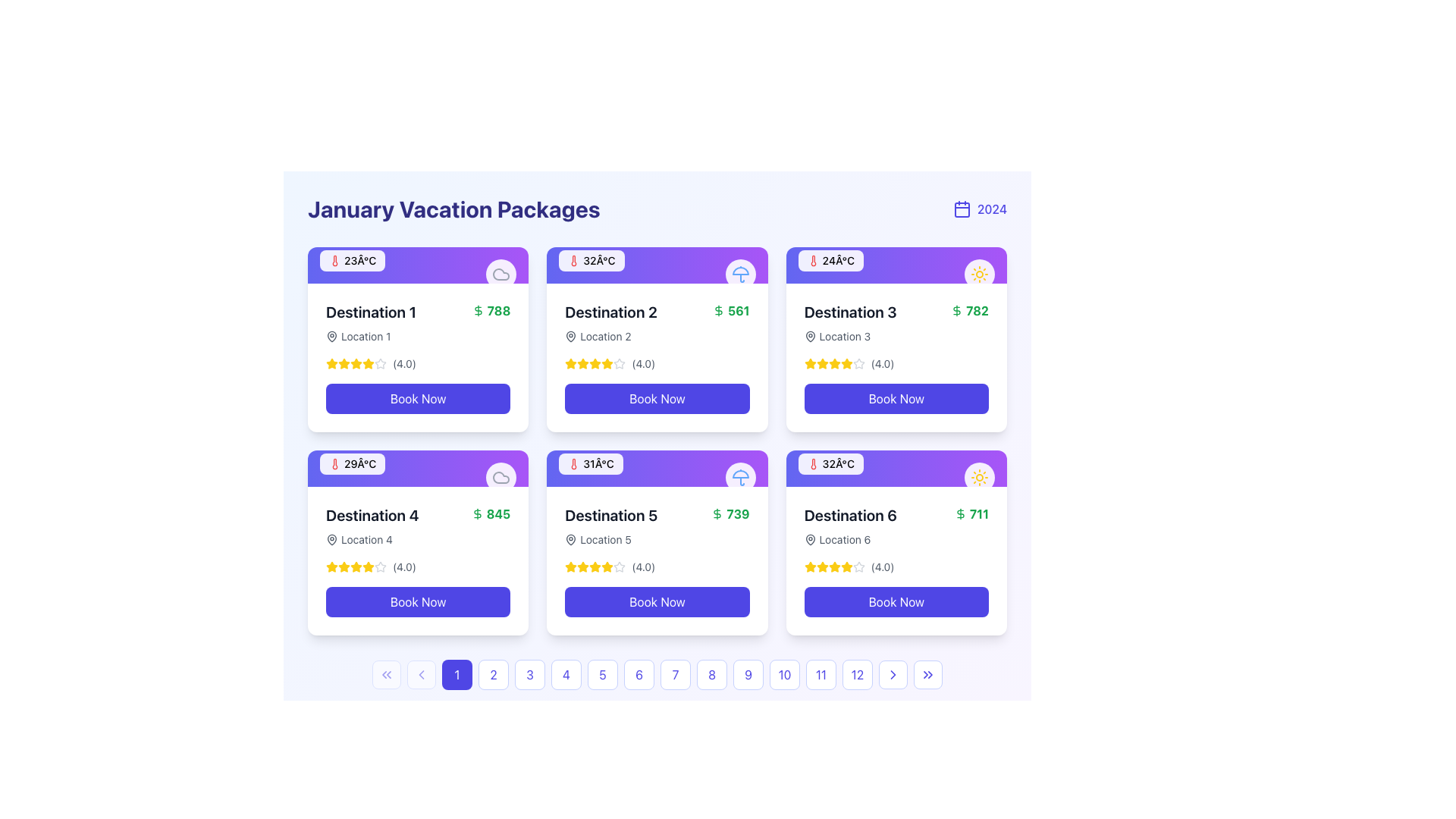  What do you see at coordinates (896, 601) in the screenshot?
I see `the booking button located at the bottom of the card for 'Destination 6' to initiate the booking process` at bounding box center [896, 601].